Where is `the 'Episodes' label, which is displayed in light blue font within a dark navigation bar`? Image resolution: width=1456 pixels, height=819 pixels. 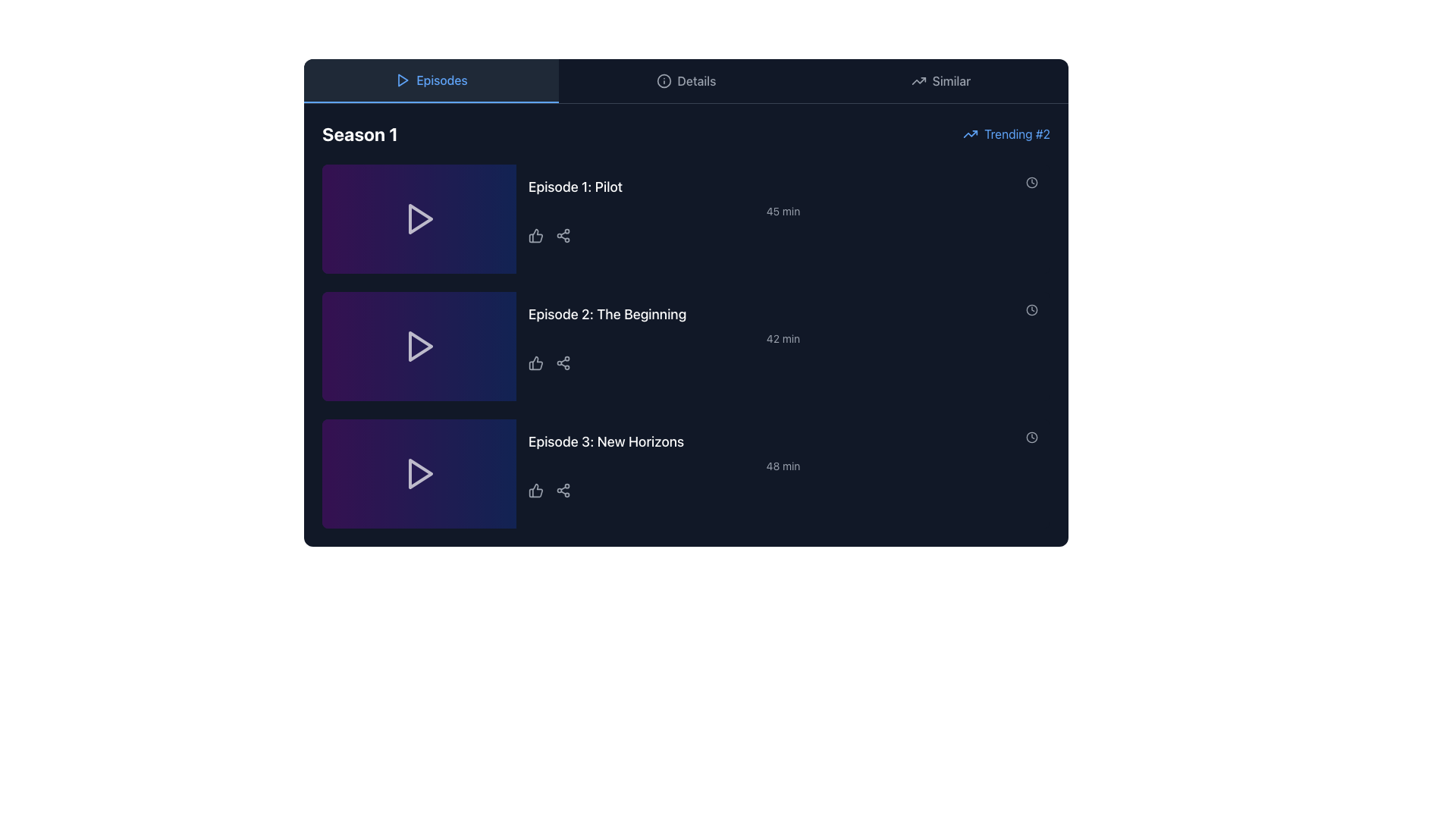 the 'Episodes' label, which is displayed in light blue font within a dark navigation bar is located at coordinates (441, 80).